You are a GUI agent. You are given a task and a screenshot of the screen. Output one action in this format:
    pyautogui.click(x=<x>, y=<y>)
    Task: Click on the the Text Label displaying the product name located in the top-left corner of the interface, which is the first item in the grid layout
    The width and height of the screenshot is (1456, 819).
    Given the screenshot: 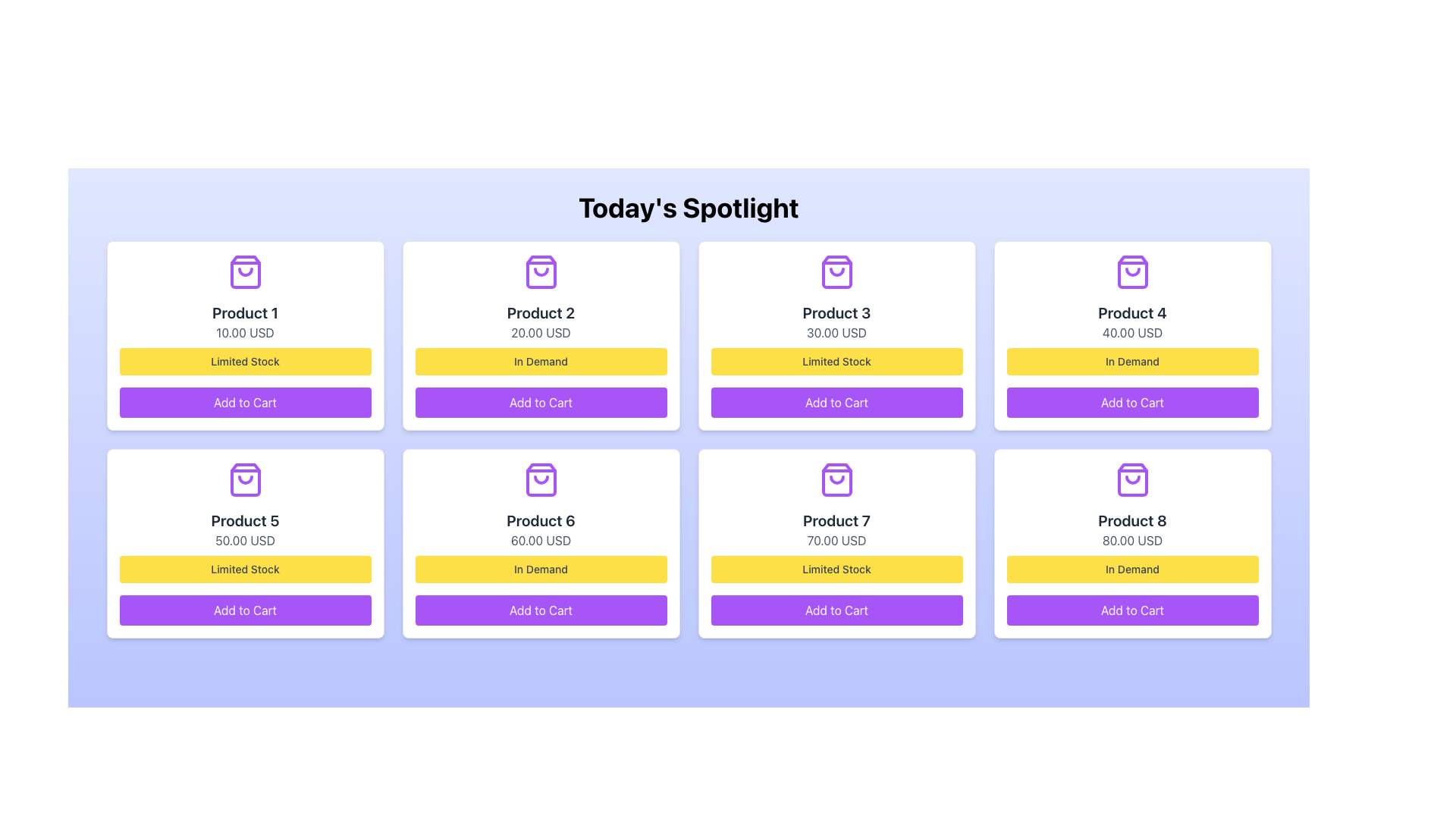 What is the action you would take?
    pyautogui.click(x=245, y=312)
    